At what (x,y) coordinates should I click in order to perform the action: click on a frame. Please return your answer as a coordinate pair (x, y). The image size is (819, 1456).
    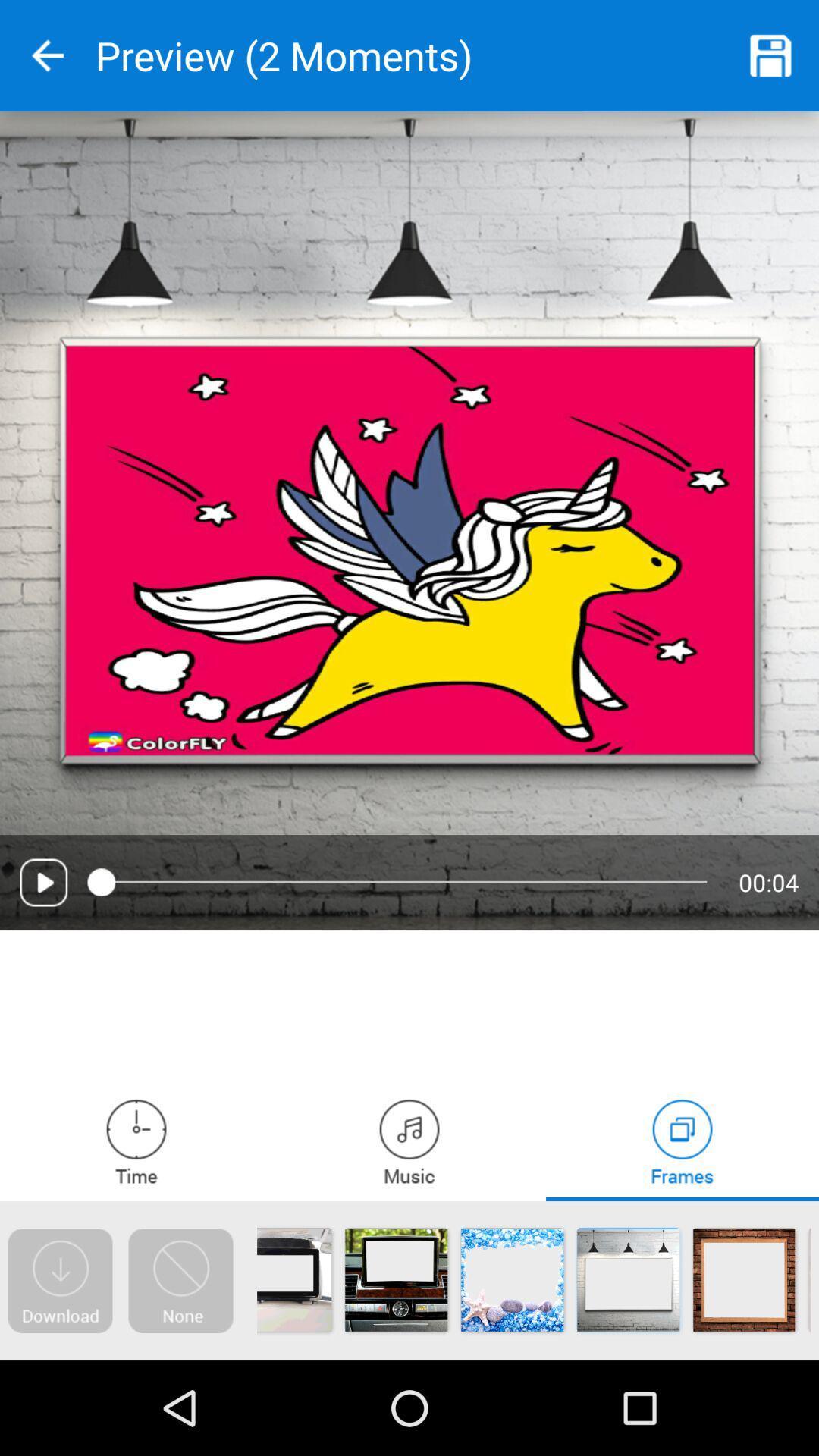
    Looking at the image, I should click on (681, 1141).